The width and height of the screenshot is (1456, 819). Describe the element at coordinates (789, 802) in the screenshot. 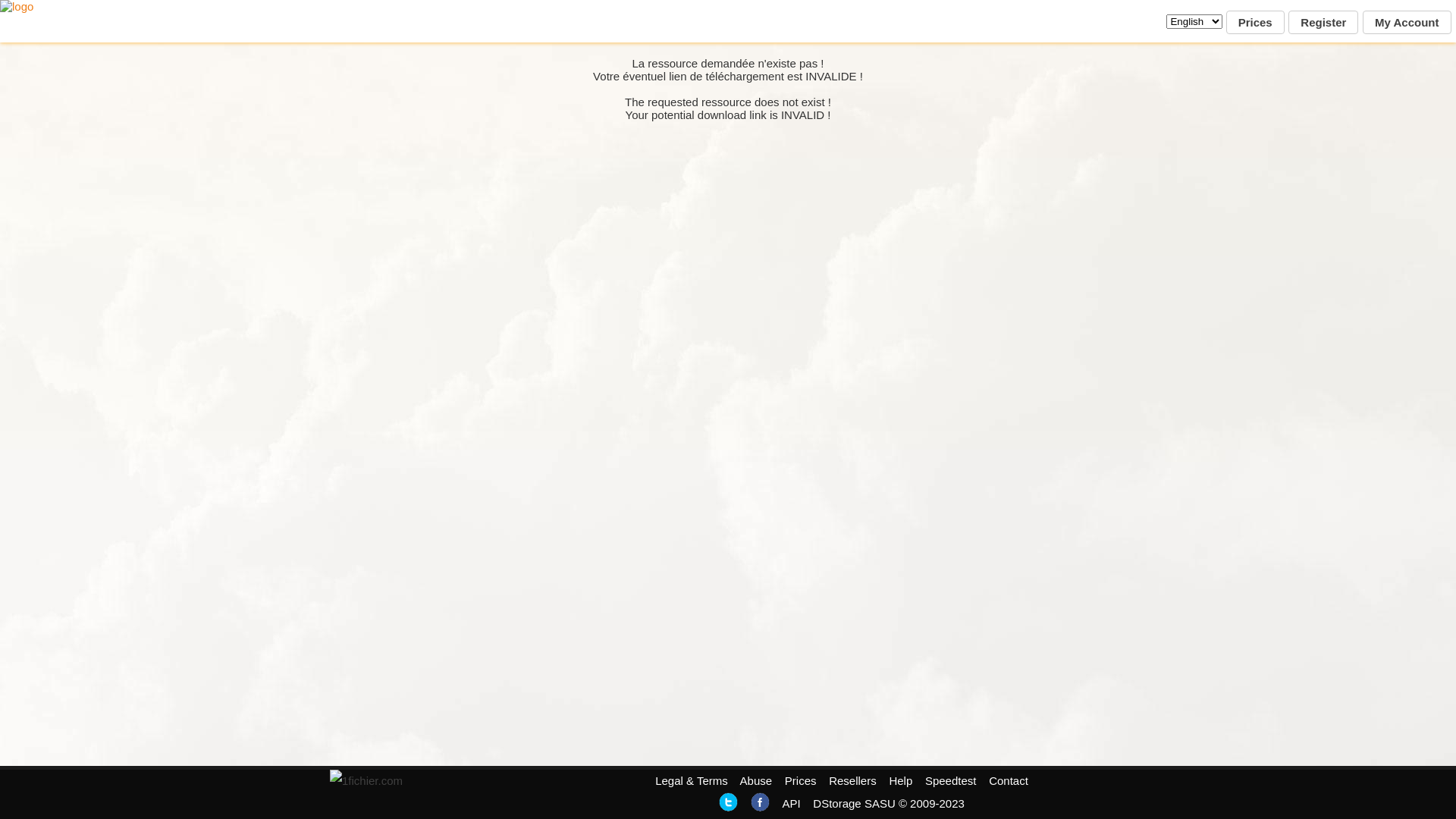

I see `'API'` at that location.